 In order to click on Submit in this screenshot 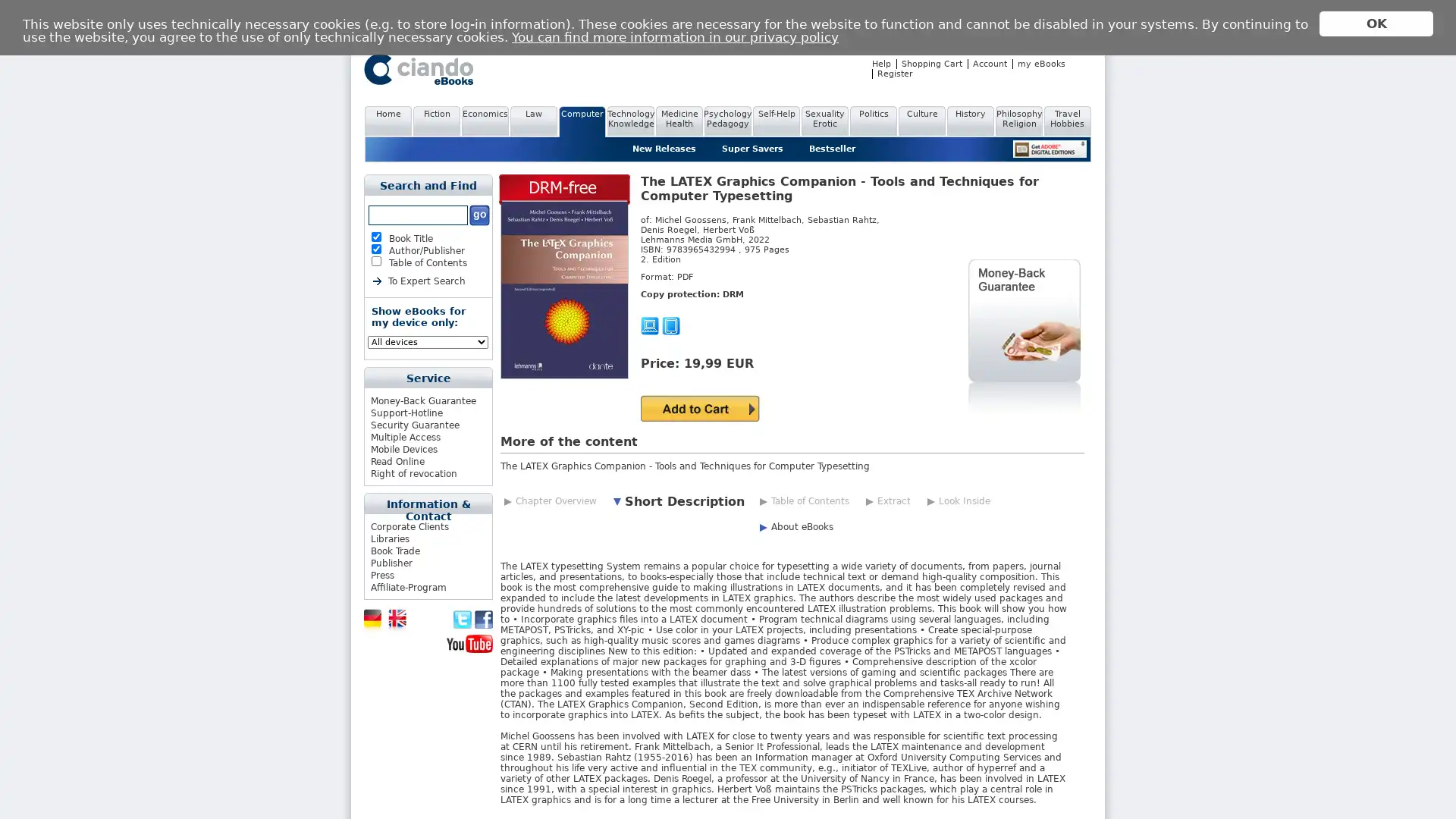, I will do `click(479, 215)`.